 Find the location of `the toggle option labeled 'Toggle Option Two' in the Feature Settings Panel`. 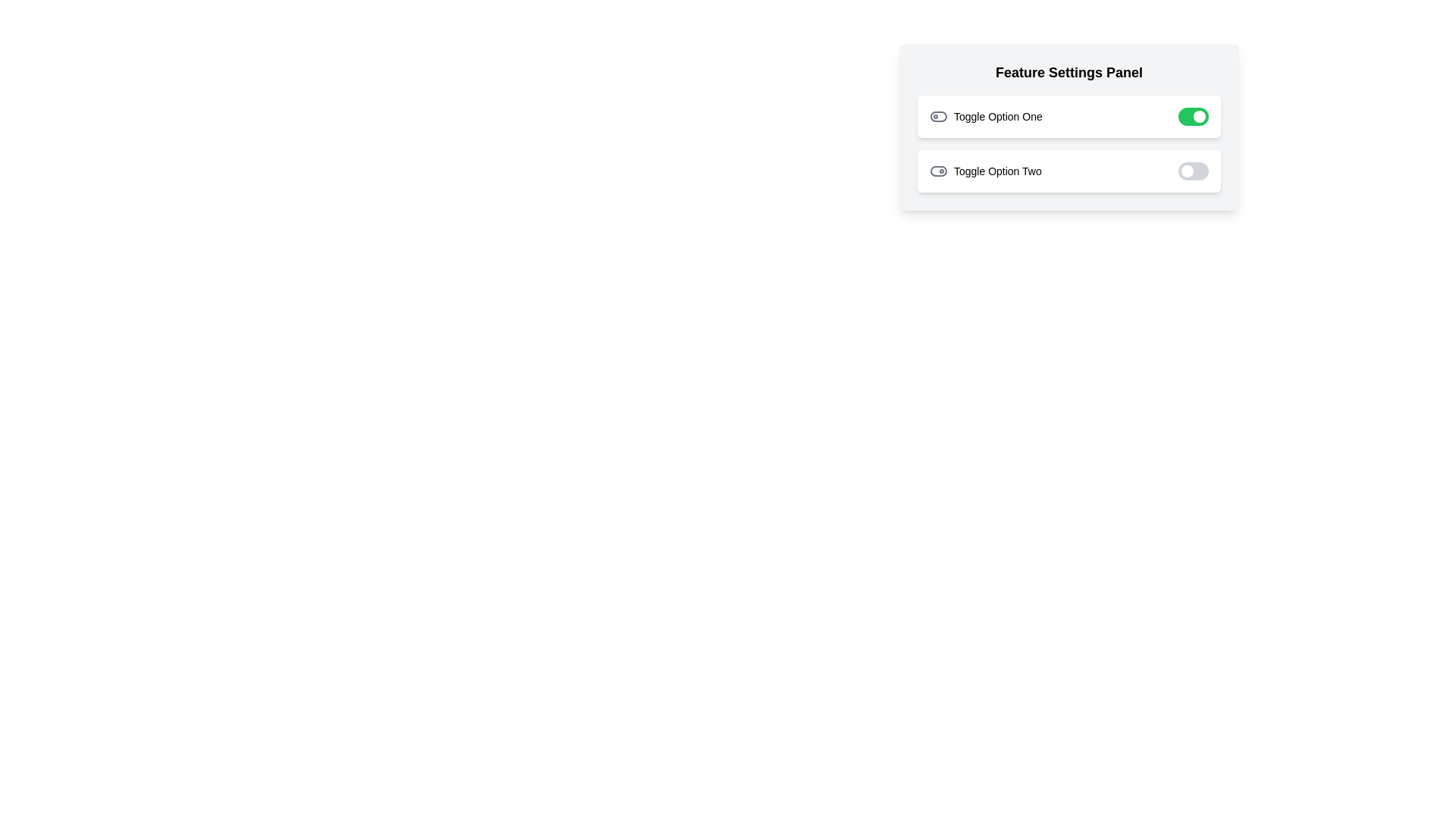

the toggle option labeled 'Toggle Option Two' in the Feature Settings Panel is located at coordinates (985, 171).